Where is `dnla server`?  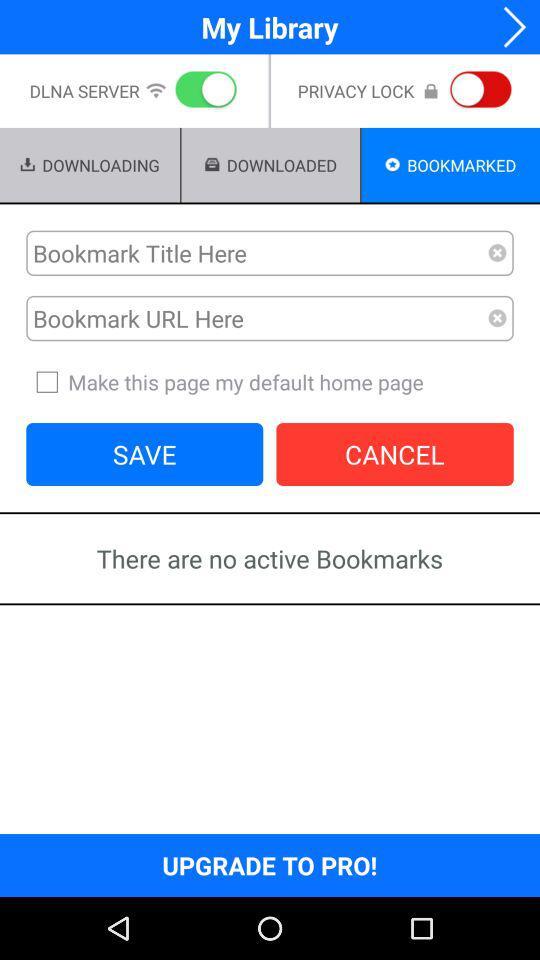 dnla server is located at coordinates (202, 91).